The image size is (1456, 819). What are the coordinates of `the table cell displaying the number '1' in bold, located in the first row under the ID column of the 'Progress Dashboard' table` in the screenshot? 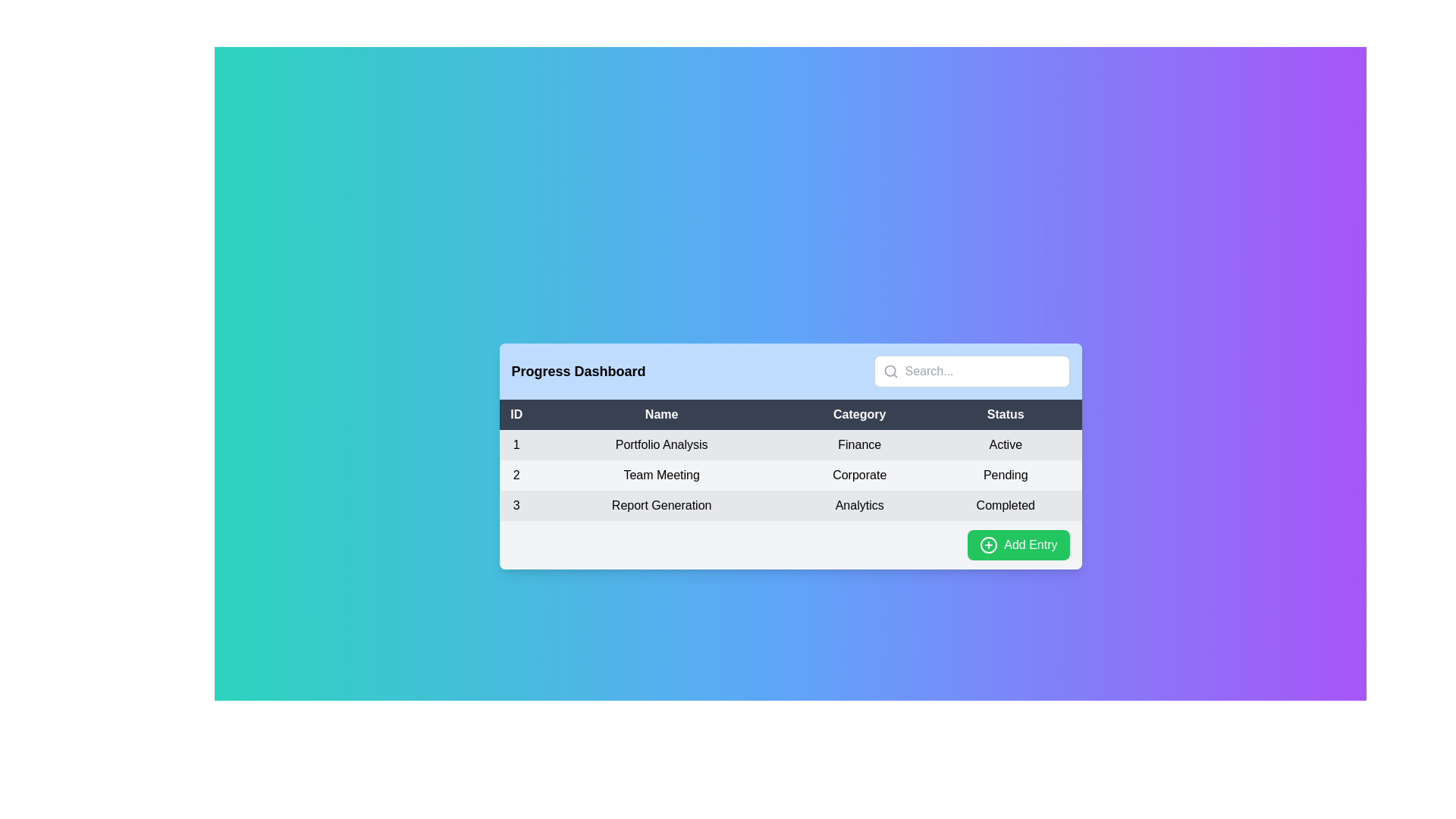 It's located at (516, 444).